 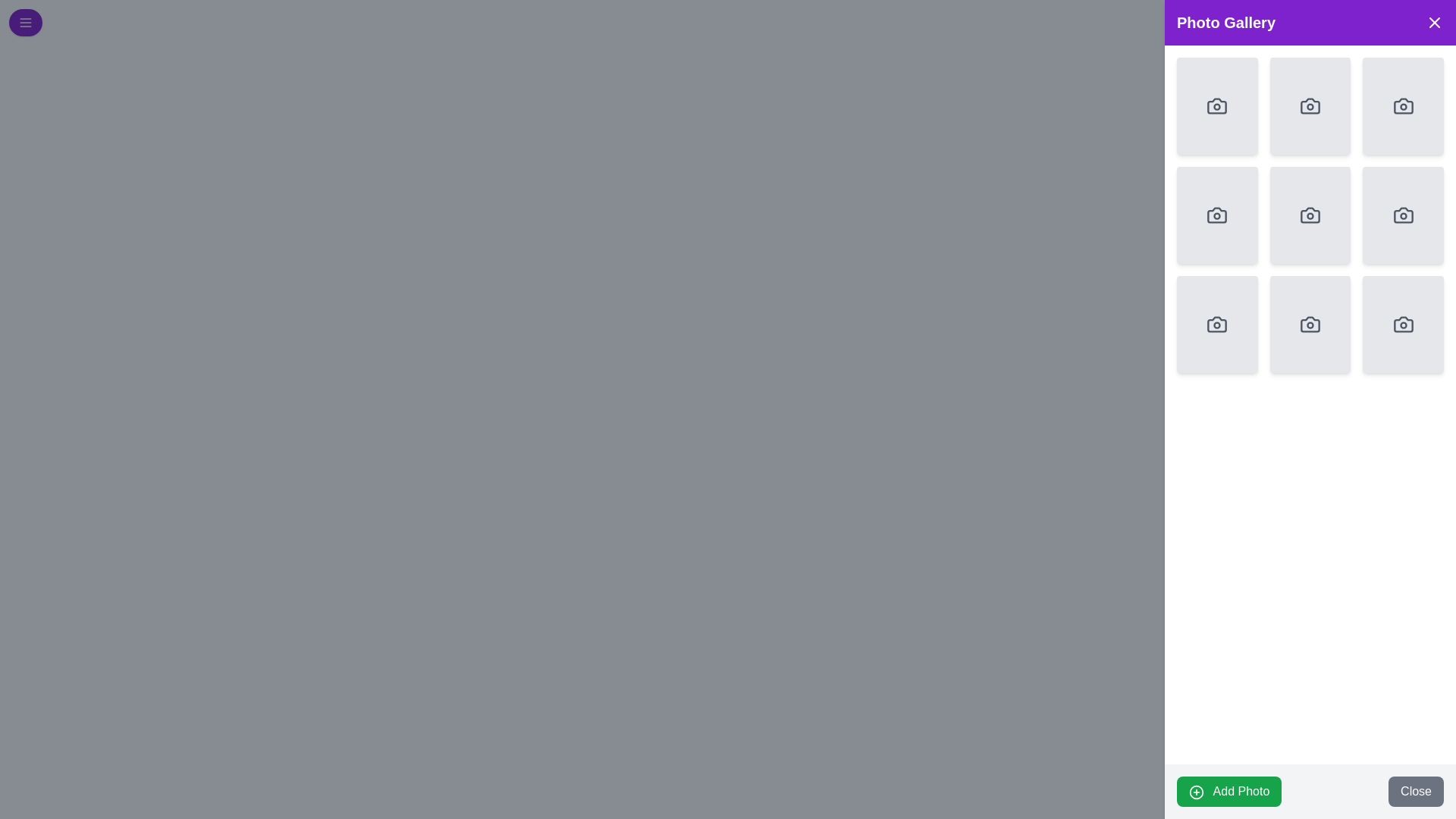 What do you see at coordinates (1415, 791) in the screenshot?
I see `the 'Close' button, which is a rectangular button with rounded corners, gray background, and white text, located in the bottom-right corner of the interface` at bounding box center [1415, 791].